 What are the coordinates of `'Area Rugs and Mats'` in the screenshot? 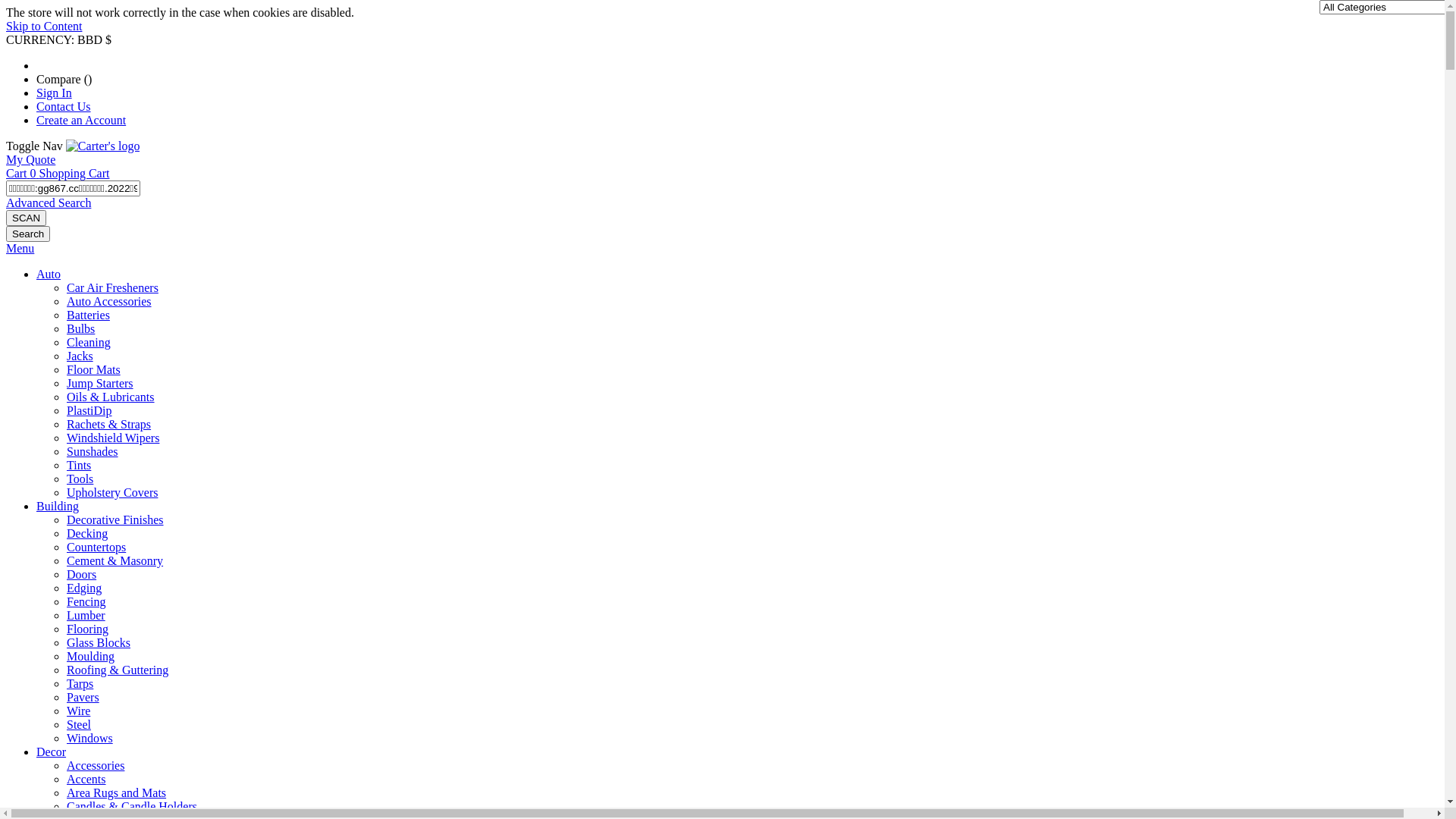 It's located at (115, 792).